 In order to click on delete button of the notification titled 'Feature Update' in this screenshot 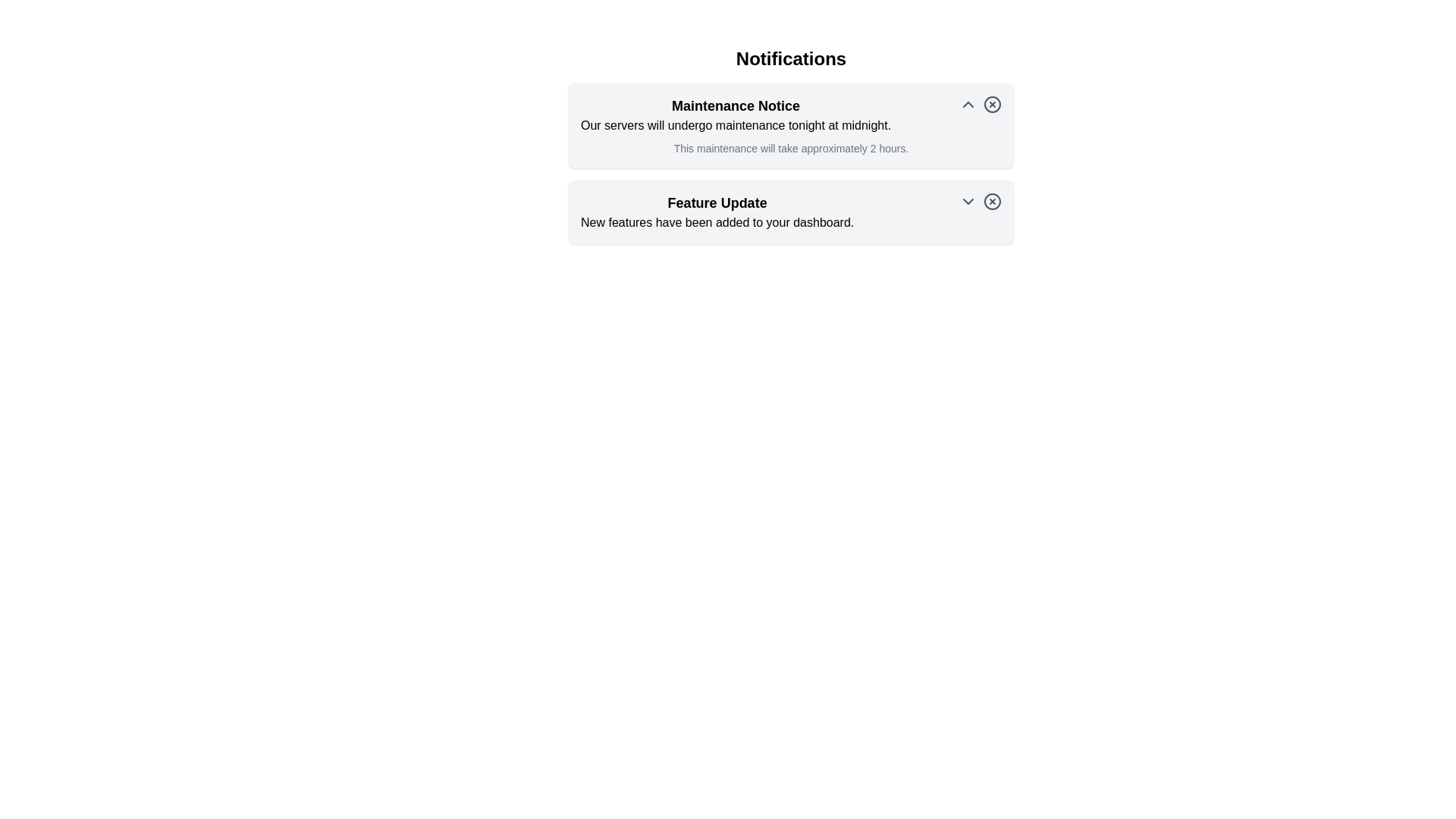, I will do `click(993, 201)`.